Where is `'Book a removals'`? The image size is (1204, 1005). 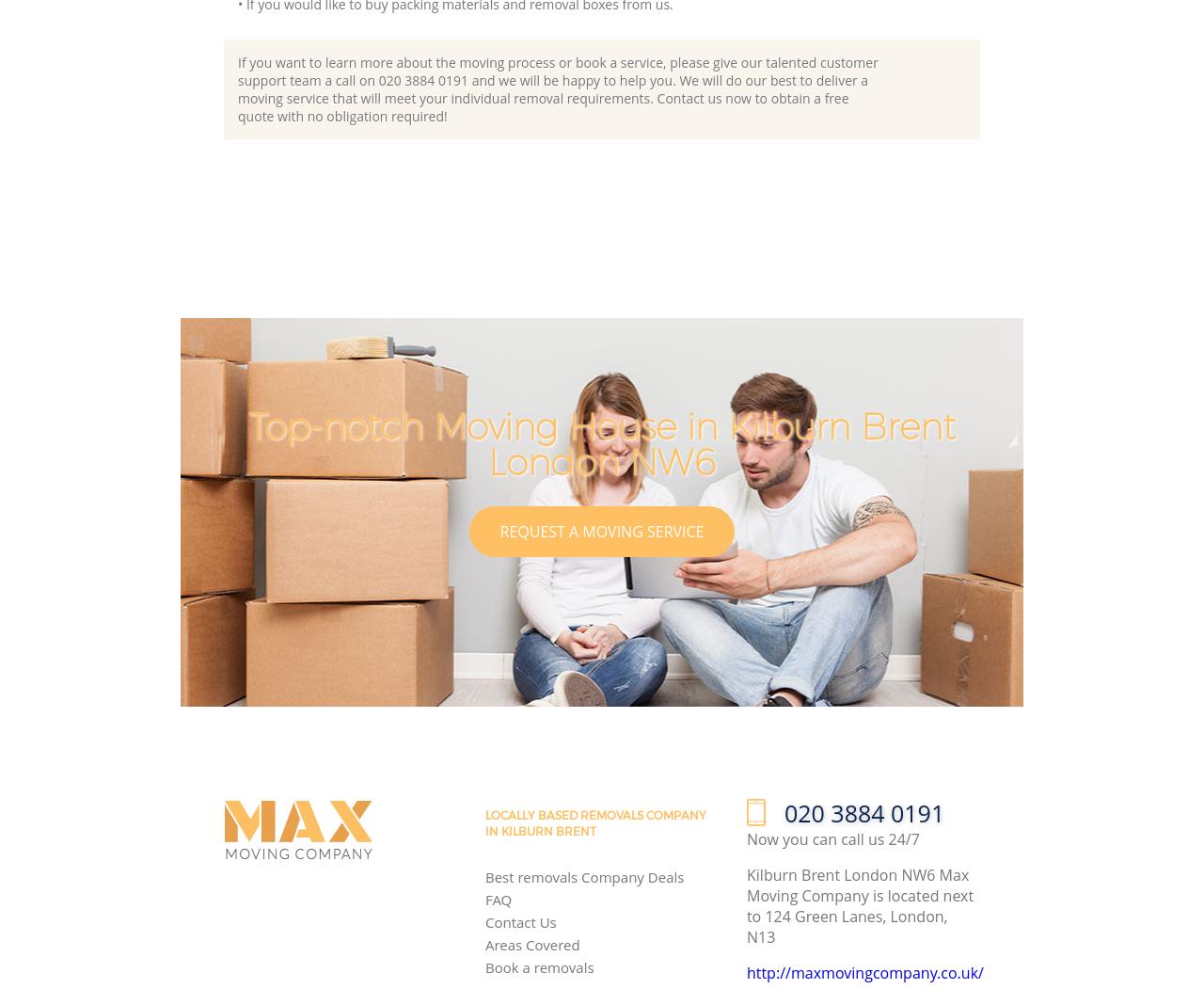
'Book a removals' is located at coordinates (538, 966).